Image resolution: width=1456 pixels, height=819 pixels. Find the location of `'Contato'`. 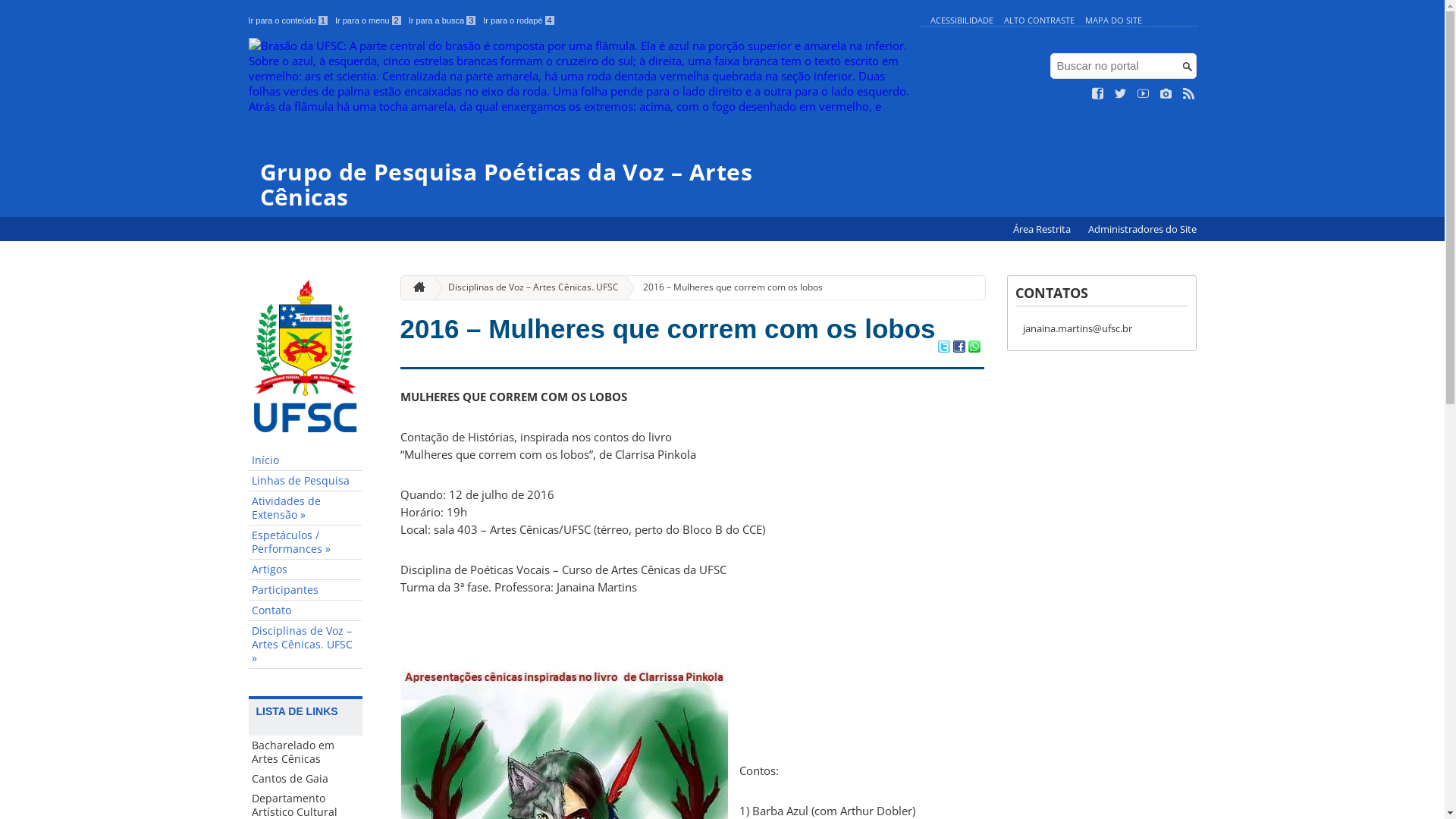

'Contato' is located at coordinates (305, 610).